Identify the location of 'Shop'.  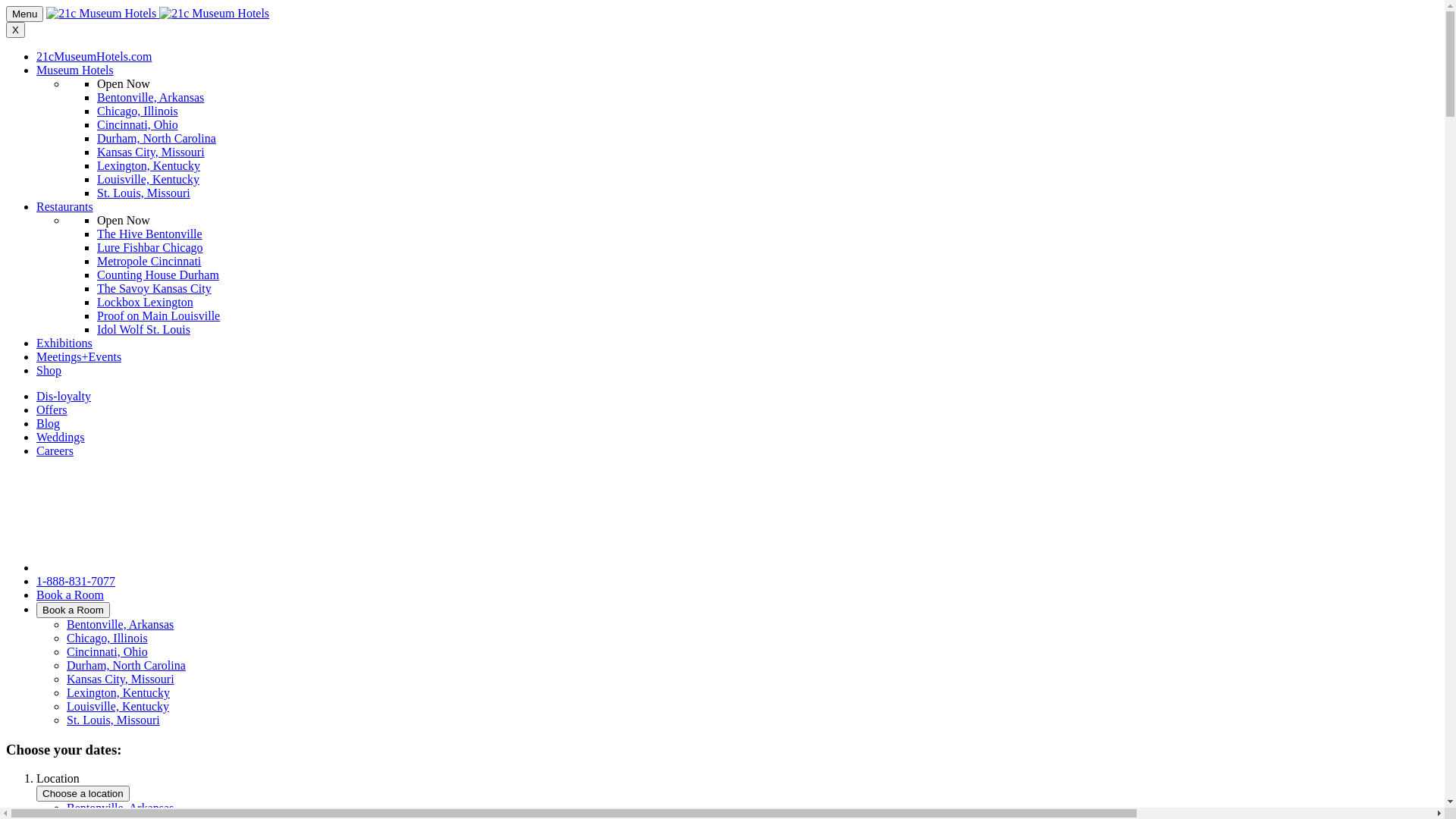
(49, 370).